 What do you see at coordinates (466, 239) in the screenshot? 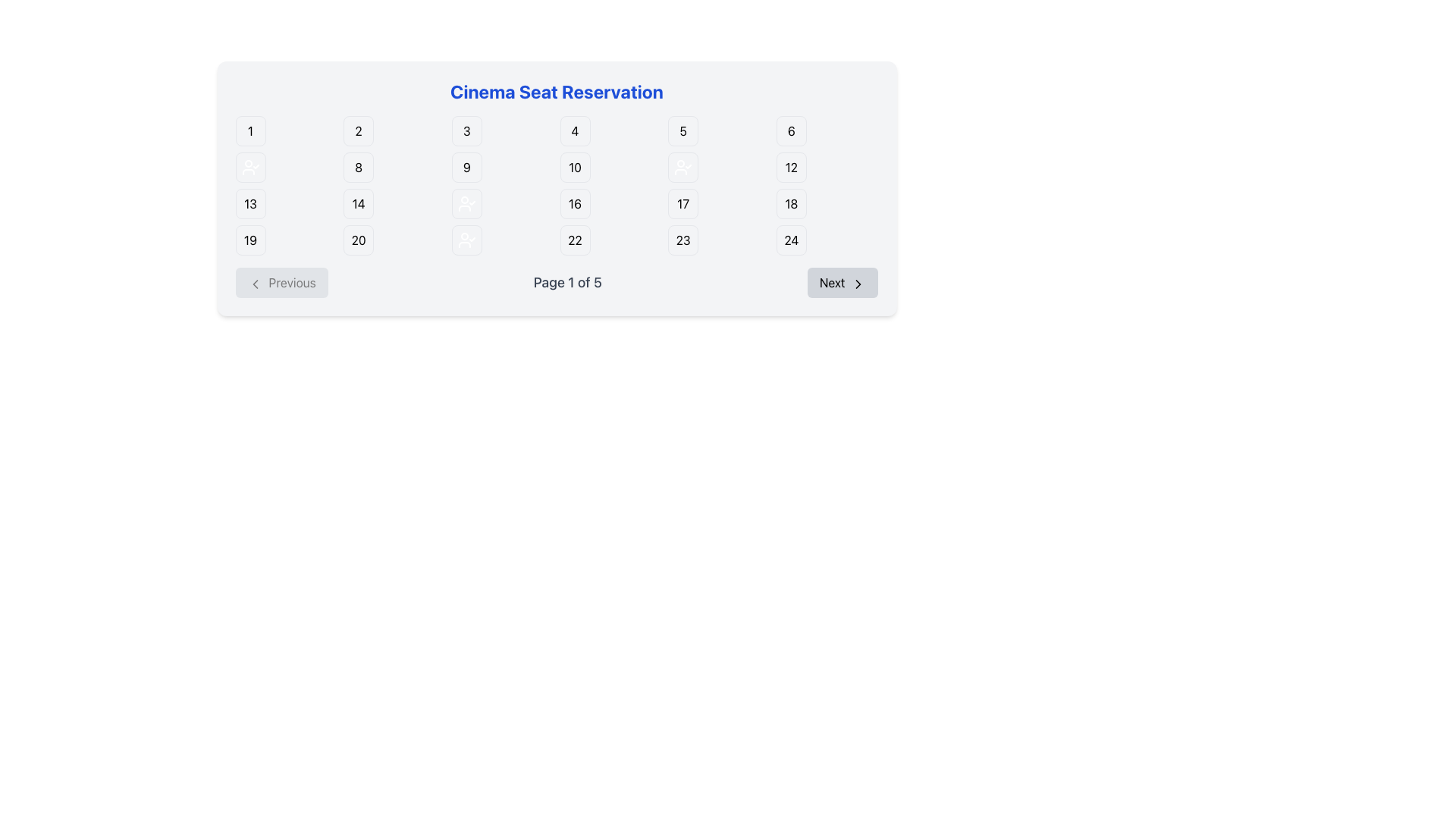
I see `the seat reservation button located in the third column and fourth row of the 6-column grid layout` at bounding box center [466, 239].